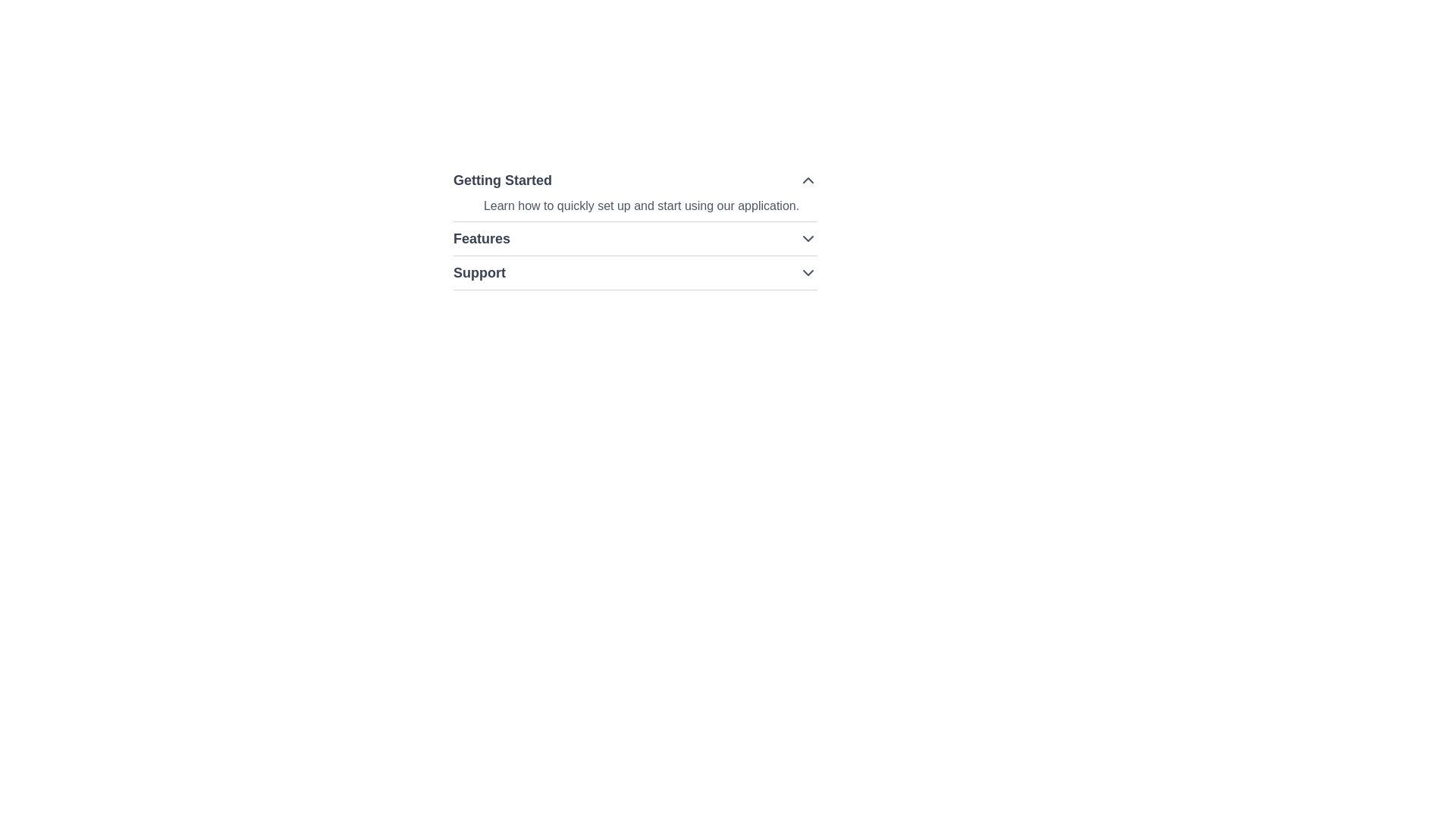 This screenshot has width=1456, height=819. I want to click on the 'Features' text label, which is styled in bold, dark gray font and is prominently displayed in the top-left quadrant of the interface, so click(481, 239).